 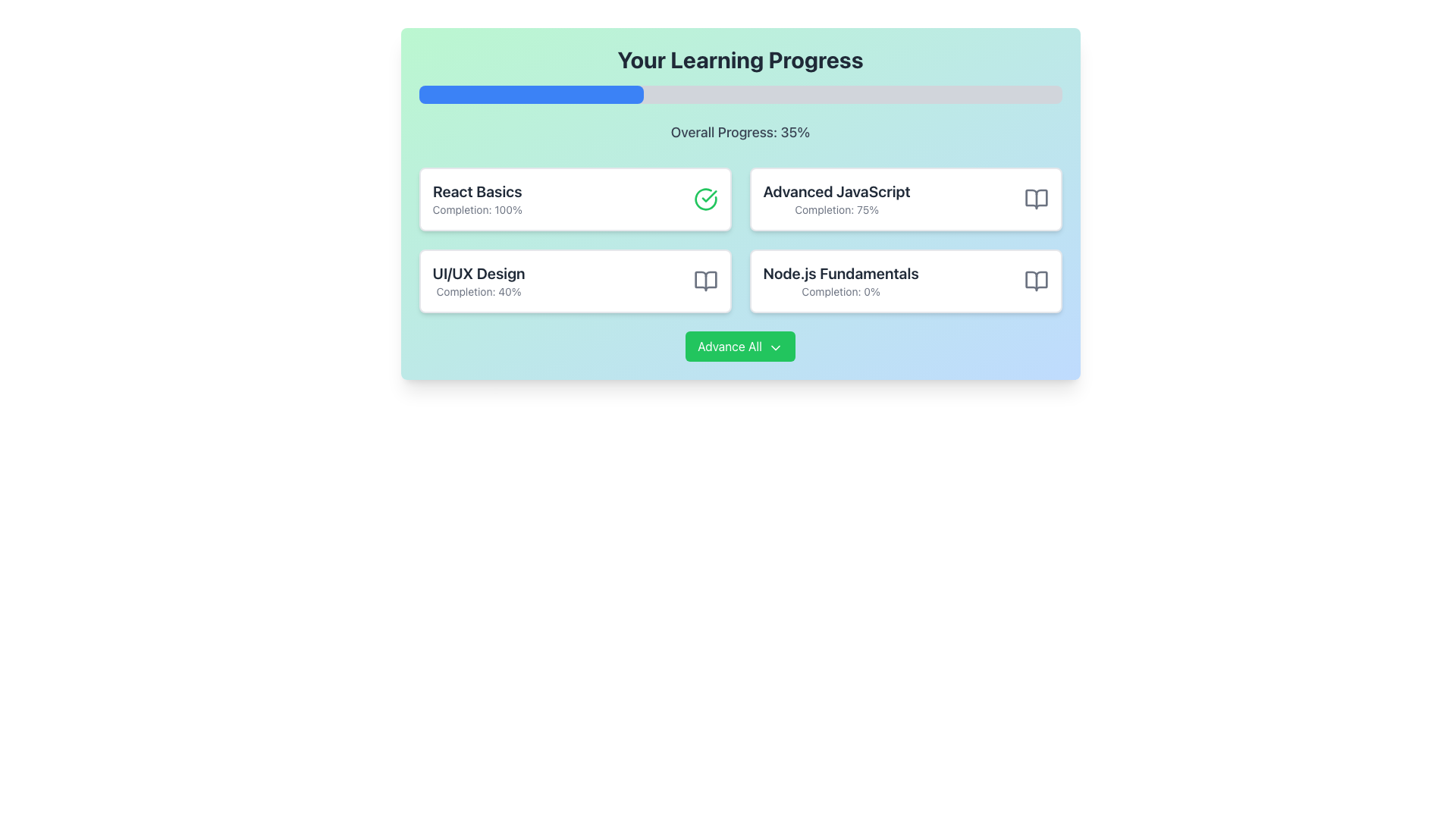 What do you see at coordinates (901, 94) in the screenshot?
I see `progress` at bounding box center [901, 94].